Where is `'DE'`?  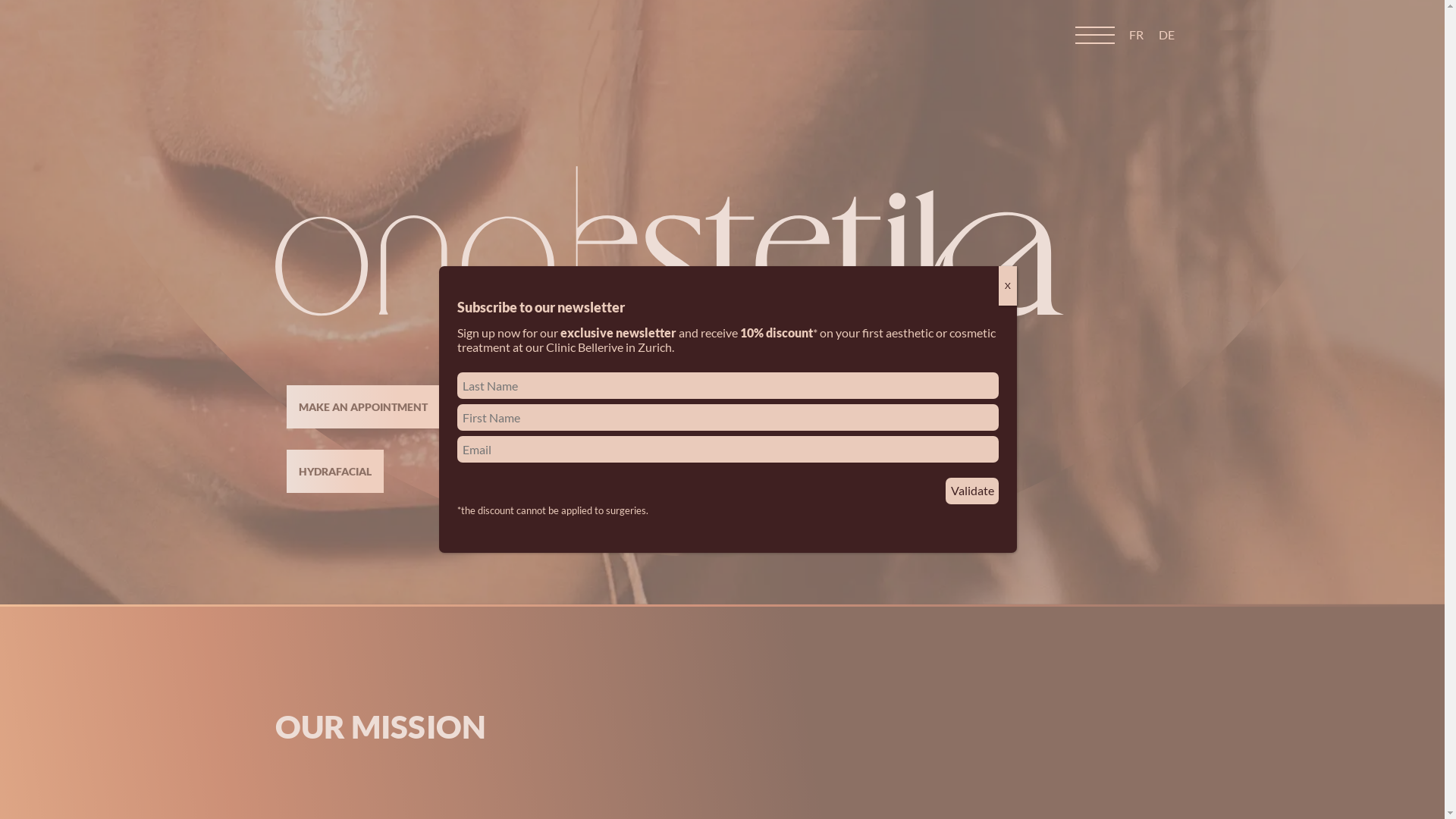
'DE' is located at coordinates (1157, 34).